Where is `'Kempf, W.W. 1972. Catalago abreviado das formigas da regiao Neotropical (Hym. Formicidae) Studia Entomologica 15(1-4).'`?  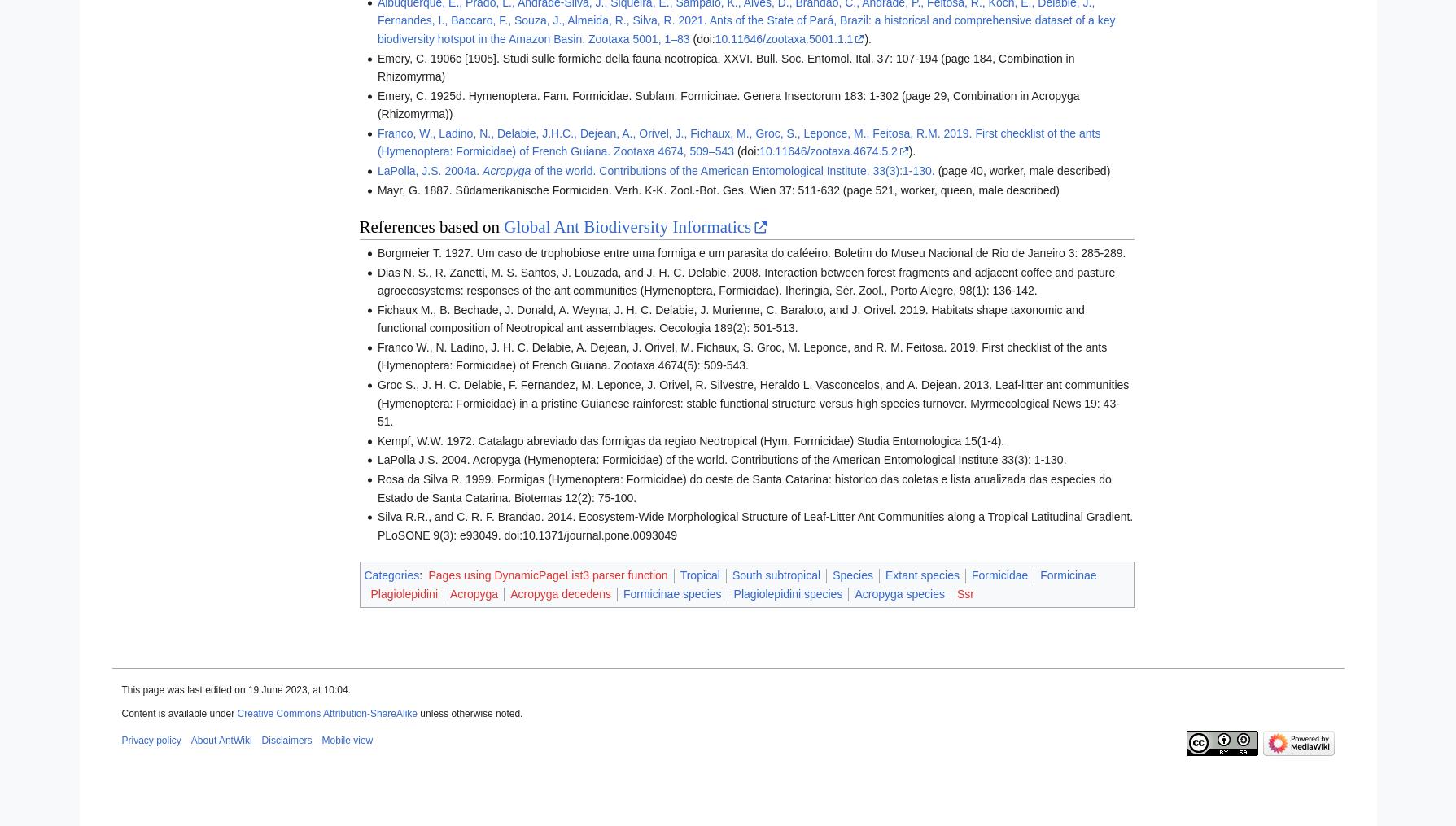
'Kempf, W.W. 1972. Catalago abreviado das formigas da regiao Neotropical (Hym. Formicidae) Studia Entomologica 15(1-4).' is located at coordinates (690, 439).